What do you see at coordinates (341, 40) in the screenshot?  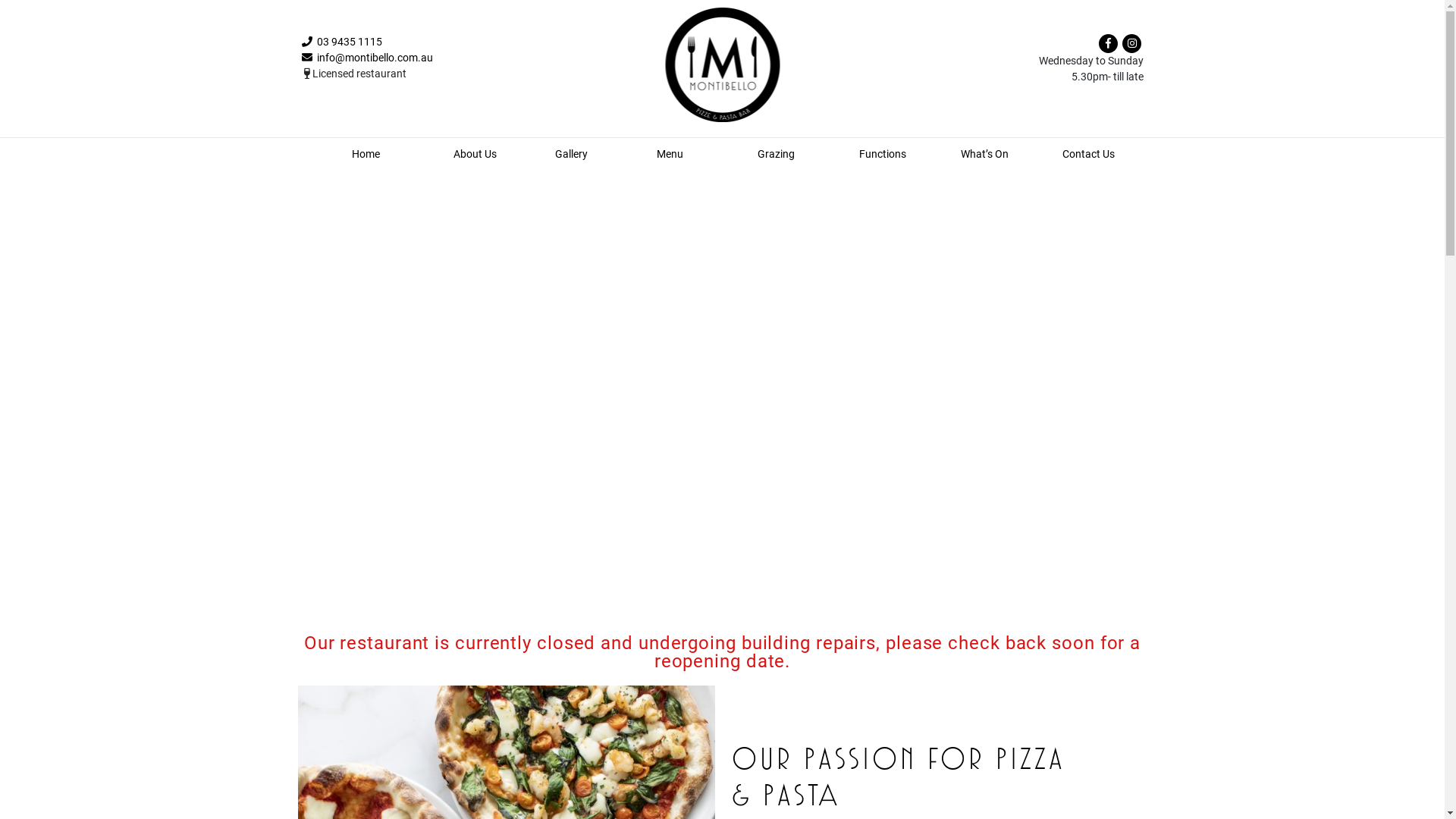 I see `'03 9435 1115'` at bounding box center [341, 40].